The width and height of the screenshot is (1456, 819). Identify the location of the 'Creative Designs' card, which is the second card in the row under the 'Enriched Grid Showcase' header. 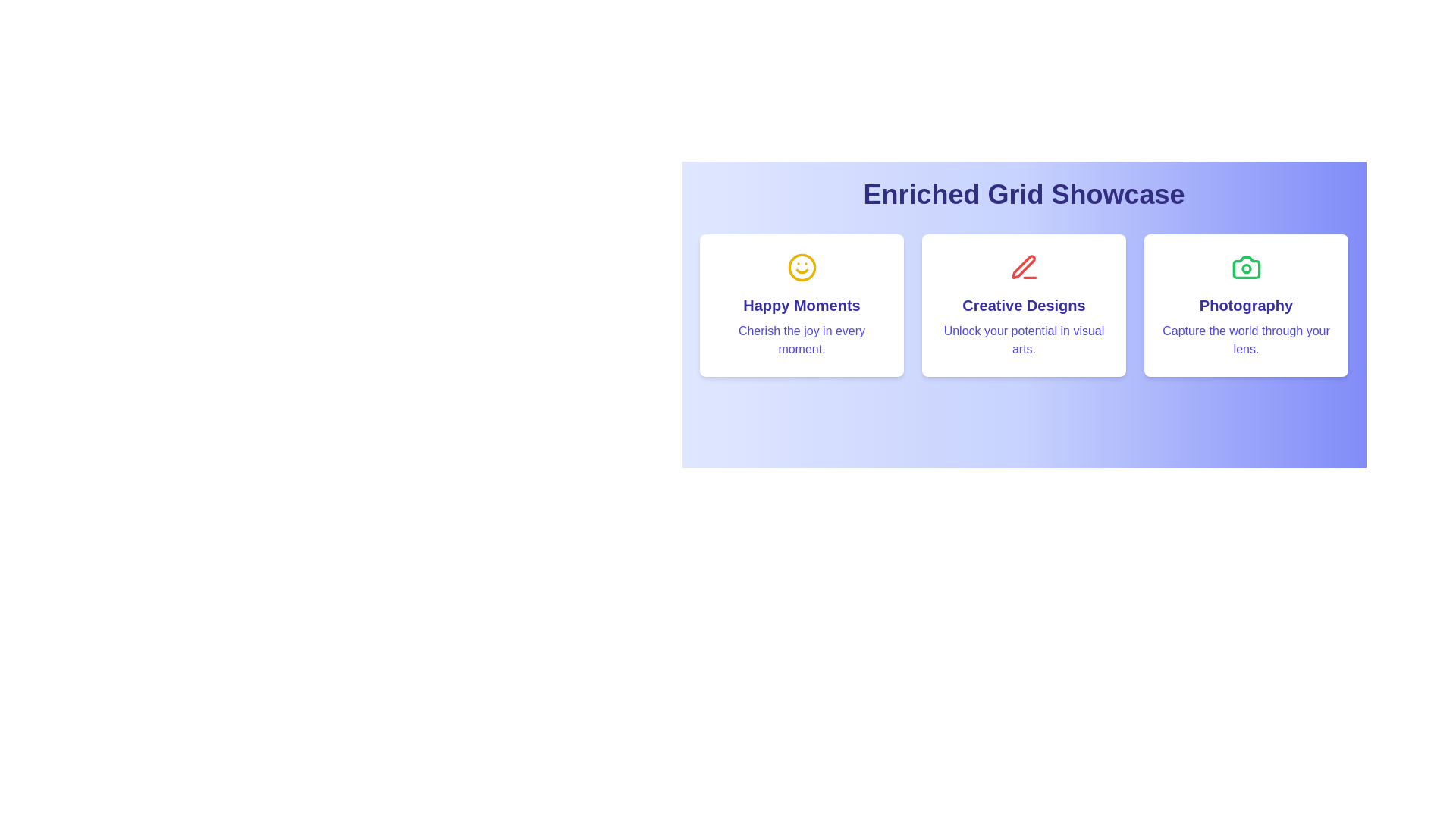
(1024, 305).